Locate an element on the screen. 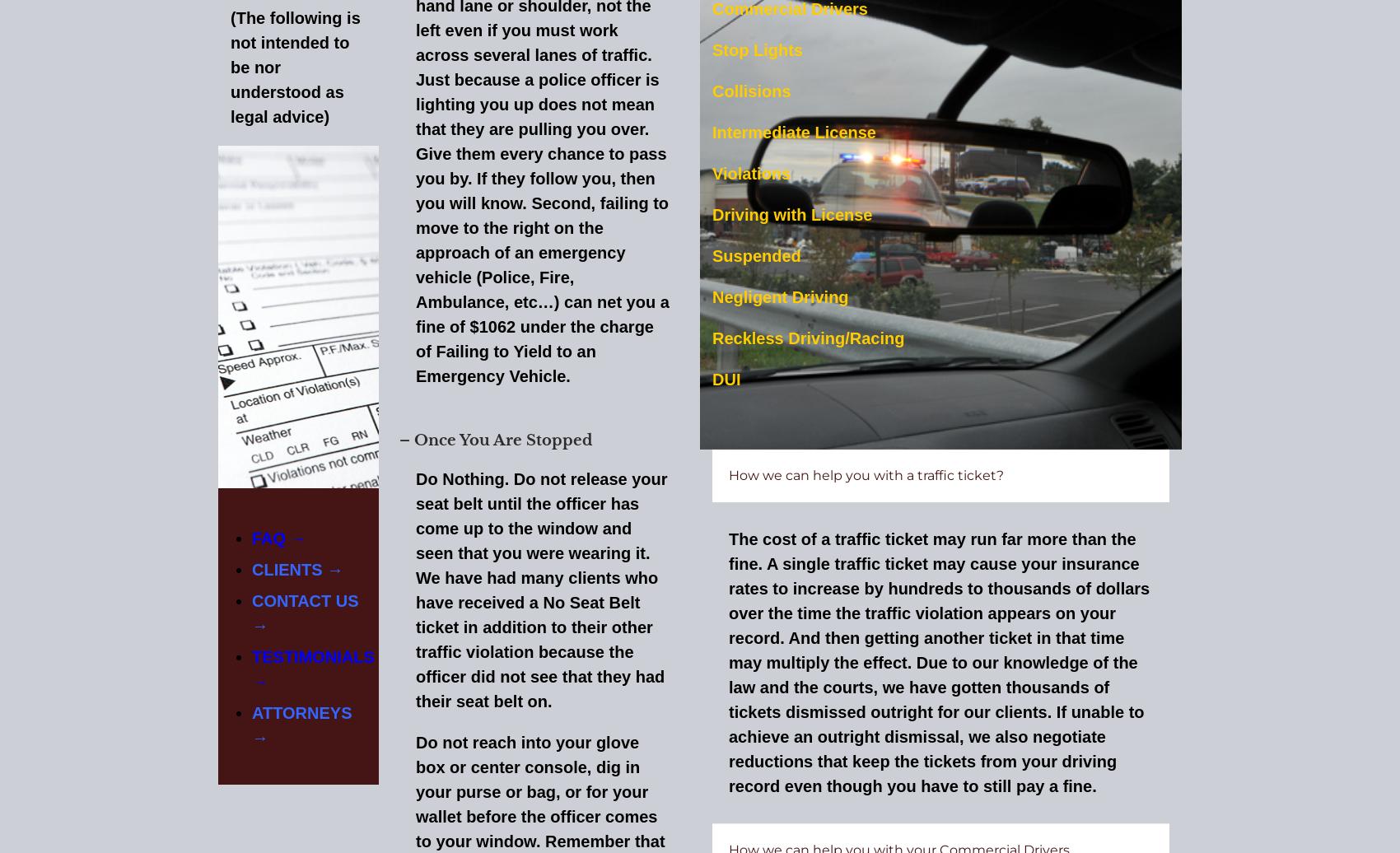 The image size is (1400, 853). 'DUI' is located at coordinates (726, 378).